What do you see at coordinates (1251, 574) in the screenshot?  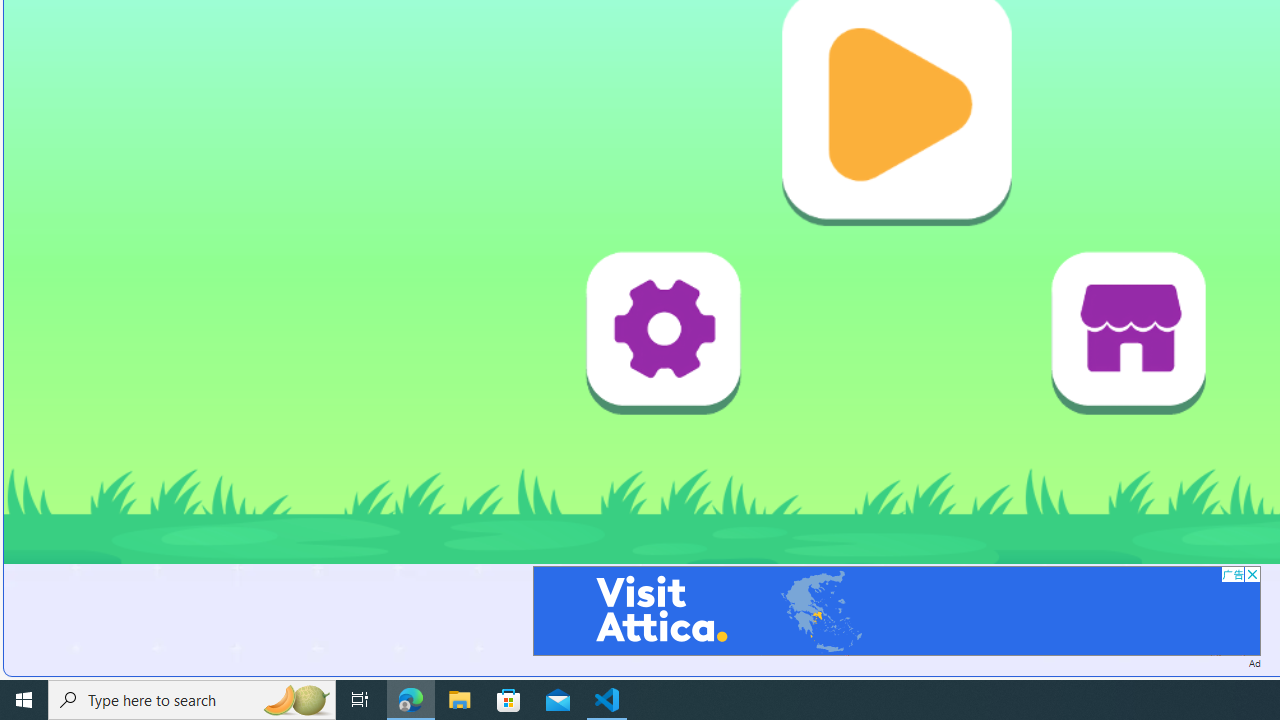 I see `'AutomationID: cbb'` at bounding box center [1251, 574].